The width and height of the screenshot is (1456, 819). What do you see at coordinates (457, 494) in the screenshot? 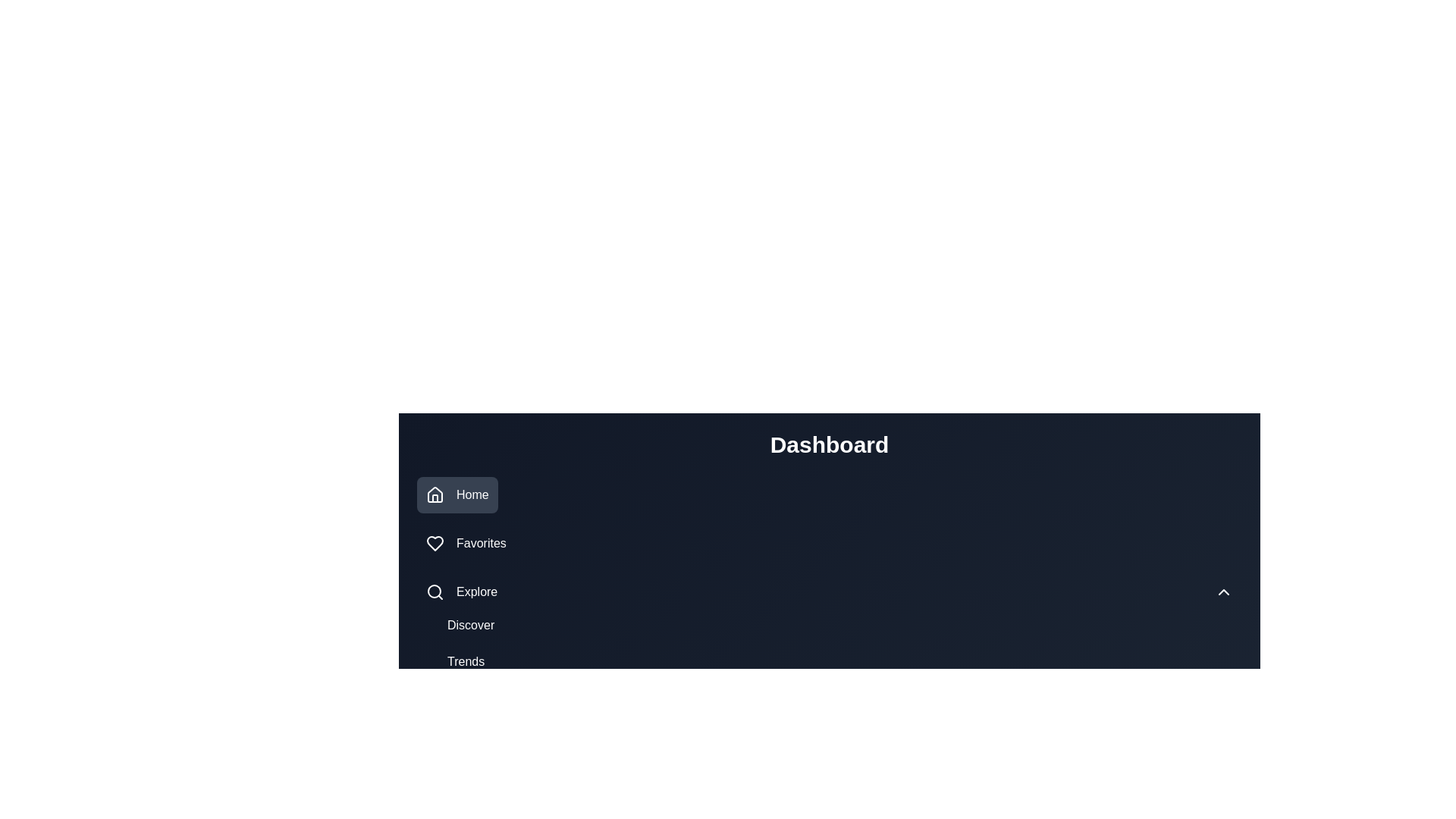
I see `the navigation button located at the top of the left sidebar menu` at bounding box center [457, 494].